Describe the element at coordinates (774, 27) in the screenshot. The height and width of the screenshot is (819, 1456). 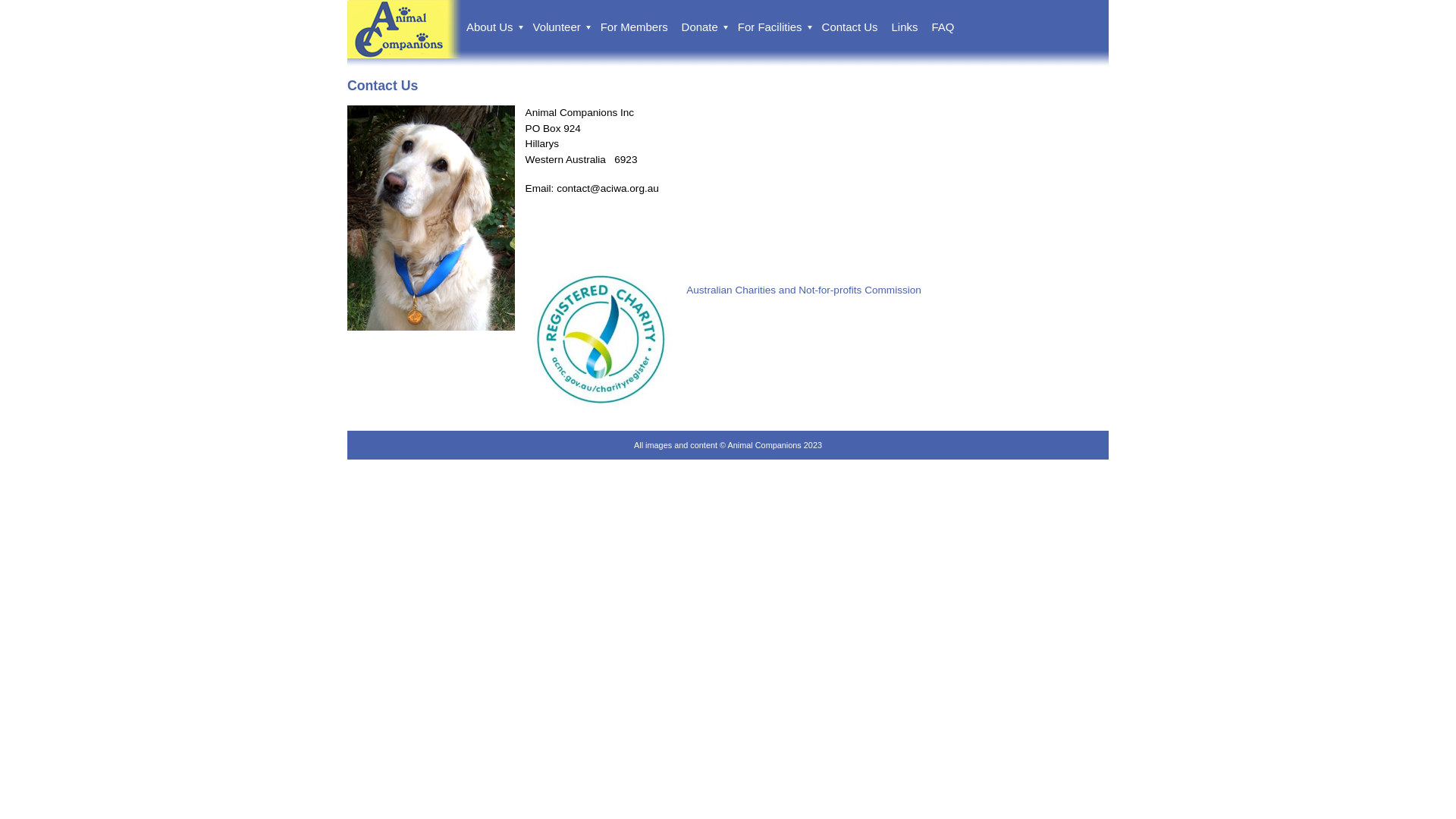
I see `'For Facilities'` at that location.